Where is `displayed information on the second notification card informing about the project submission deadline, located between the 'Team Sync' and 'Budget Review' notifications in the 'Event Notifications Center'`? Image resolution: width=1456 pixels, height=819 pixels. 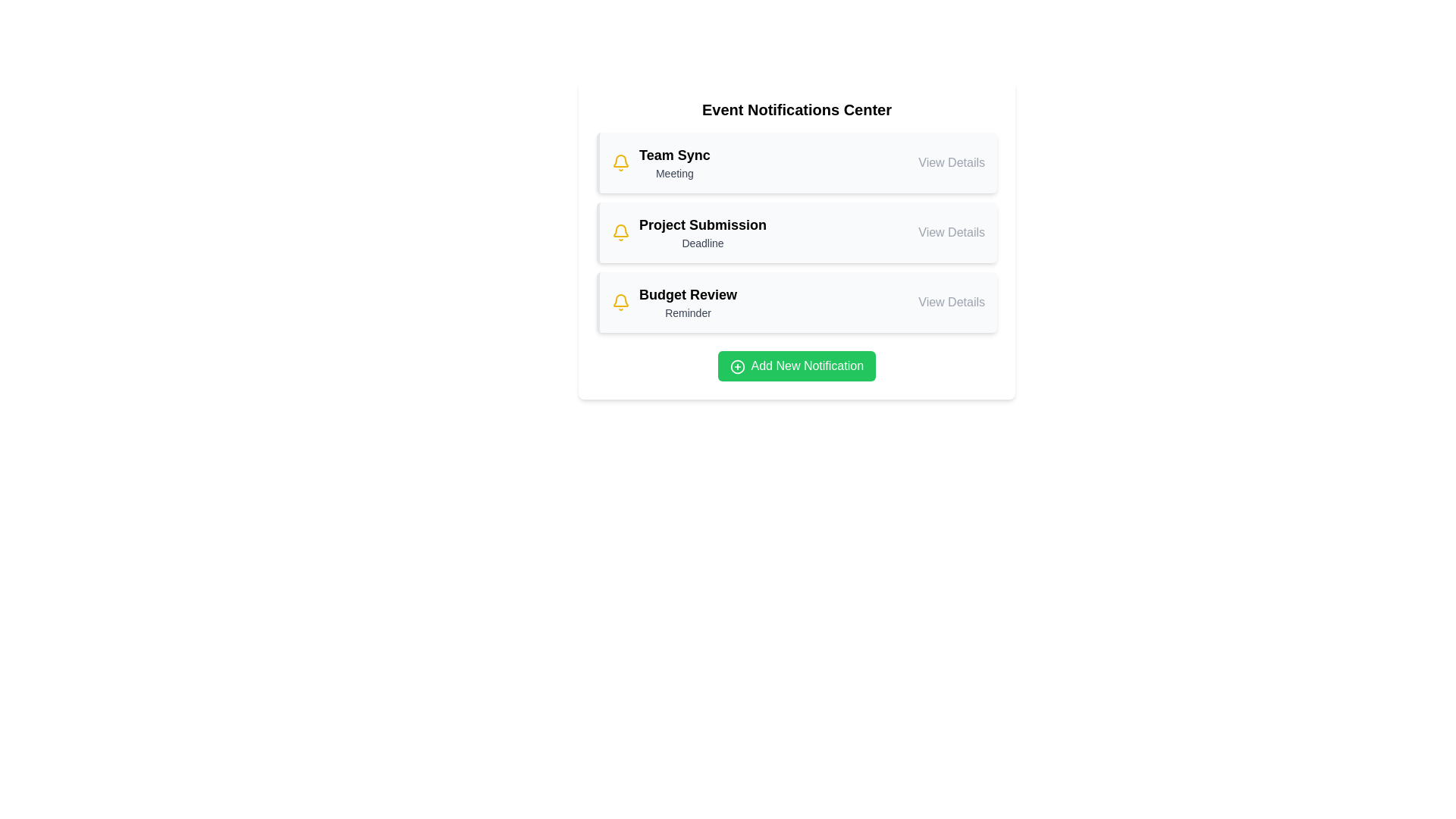
displayed information on the second notification card informing about the project submission deadline, located between the 'Team Sync' and 'Budget Review' notifications in the 'Event Notifications Center' is located at coordinates (796, 233).